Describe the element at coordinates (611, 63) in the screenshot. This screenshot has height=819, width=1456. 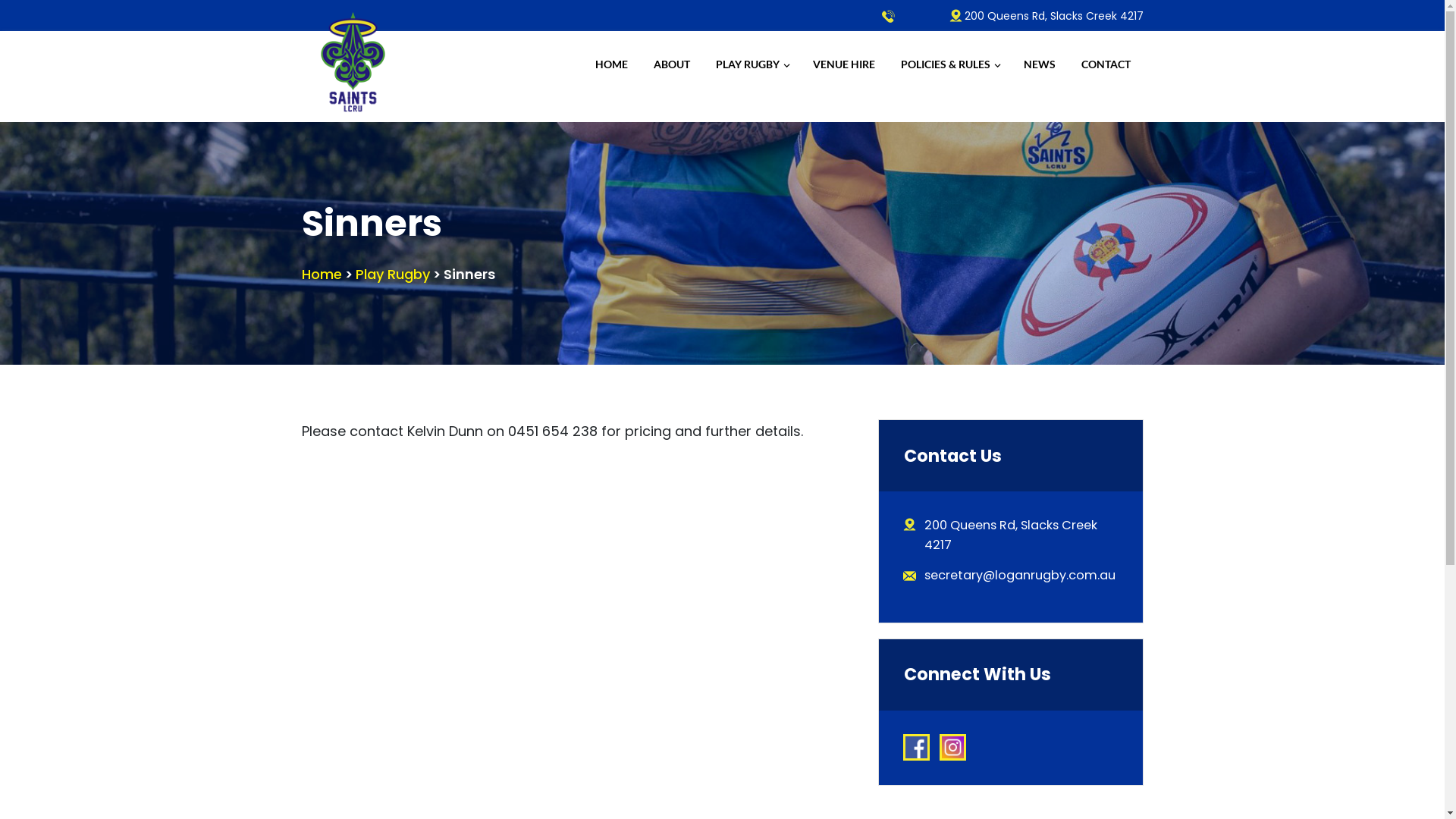
I see `'HOME'` at that location.